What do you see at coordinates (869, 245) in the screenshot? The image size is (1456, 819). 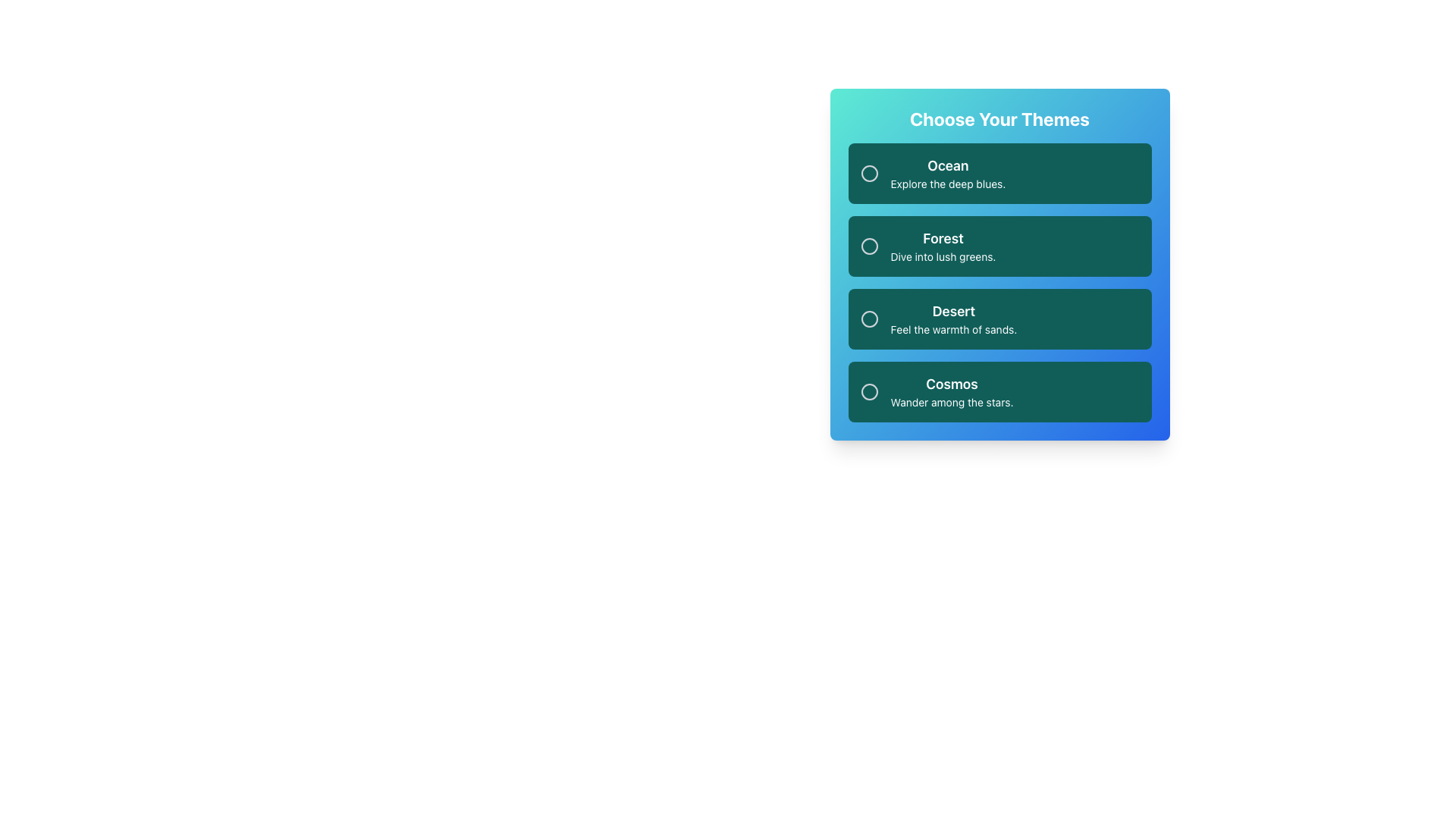 I see `the circular radio button located to the far left of the text 'Forest'` at bounding box center [869, 245].